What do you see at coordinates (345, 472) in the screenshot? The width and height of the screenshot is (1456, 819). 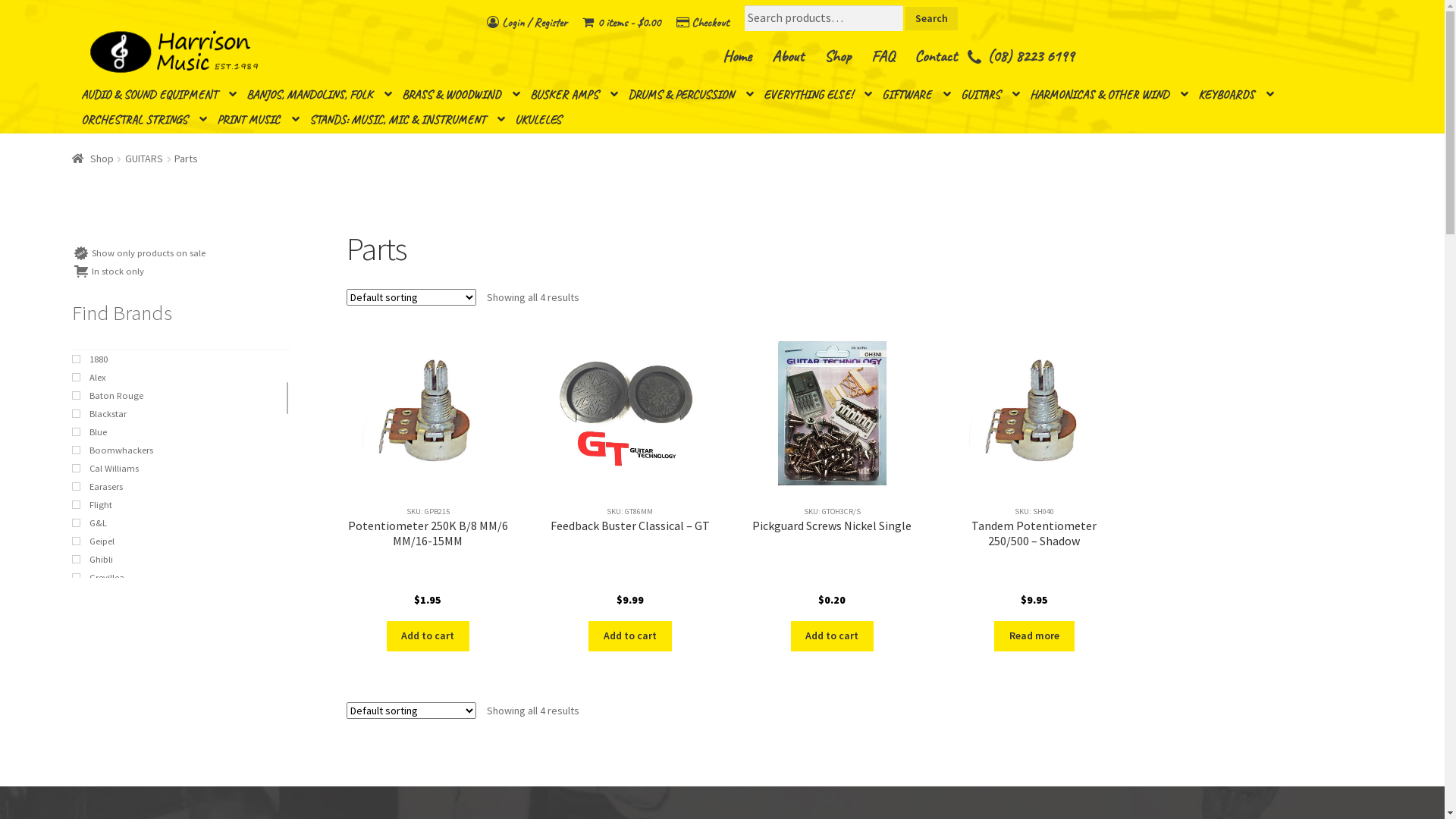 I see `'SKU: GPB215` at bounding box center [345, 472].